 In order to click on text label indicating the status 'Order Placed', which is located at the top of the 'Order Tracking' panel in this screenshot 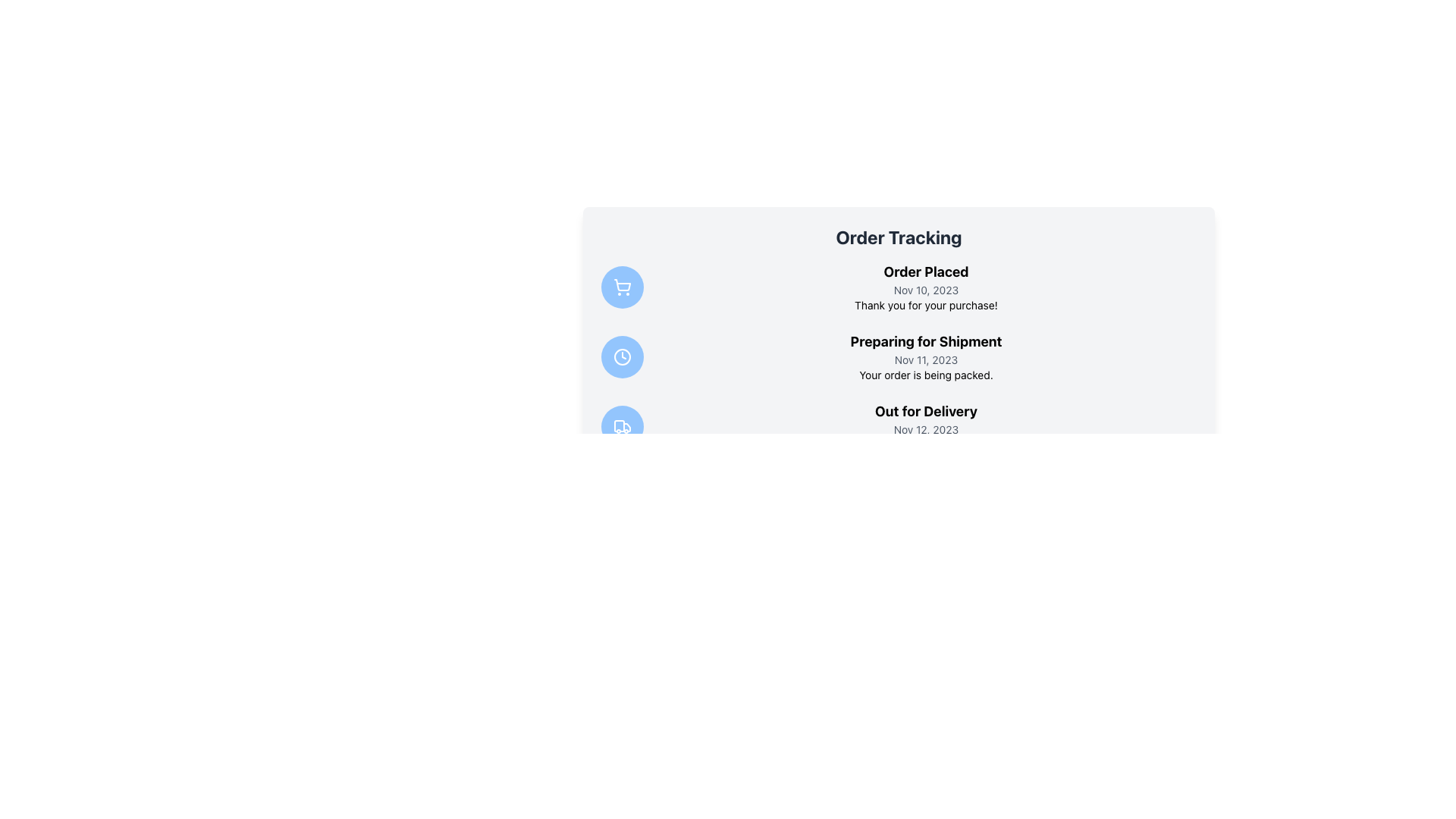, I will do `click(925, 271)`.